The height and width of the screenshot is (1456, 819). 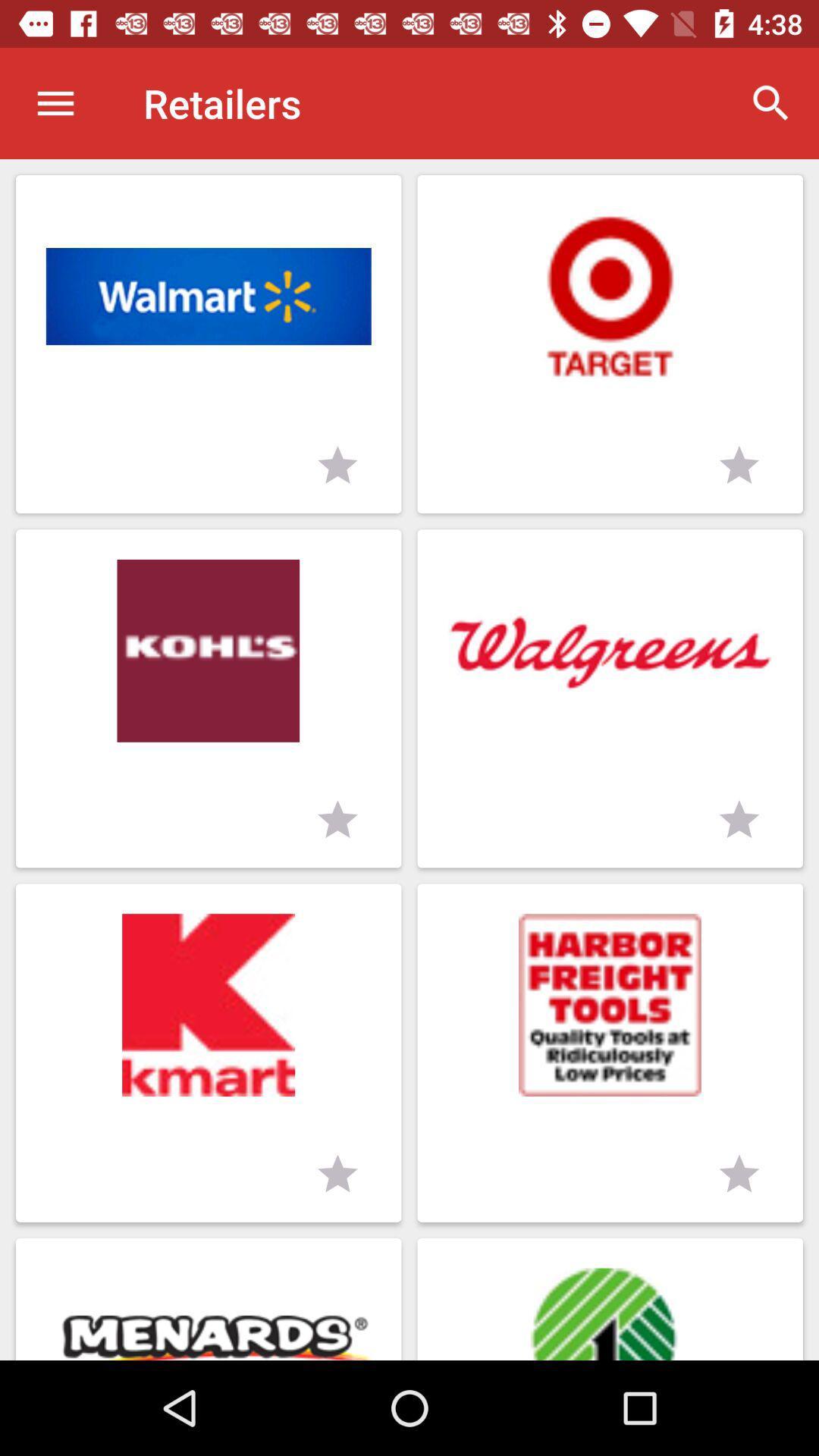 I want to click on logo kohls, so click(x=209, y=698).